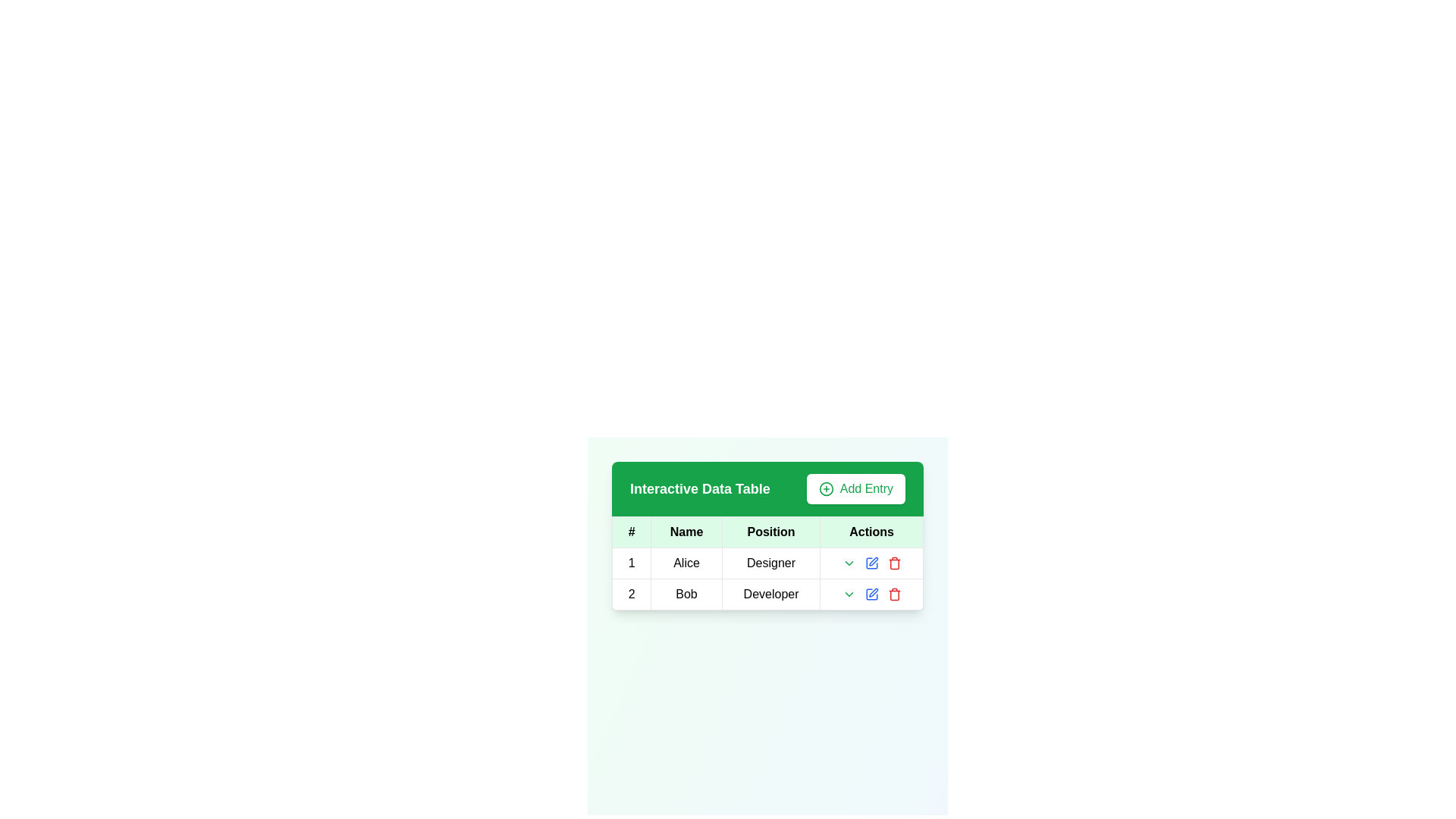 Image resolution: width=1456 pixels, height=819 pixels. Describe the element at coordinates (894, 563) in the screenshot. I see `the delete icon button located as the third icon in the Actions column of the second row in the data table` at that location.